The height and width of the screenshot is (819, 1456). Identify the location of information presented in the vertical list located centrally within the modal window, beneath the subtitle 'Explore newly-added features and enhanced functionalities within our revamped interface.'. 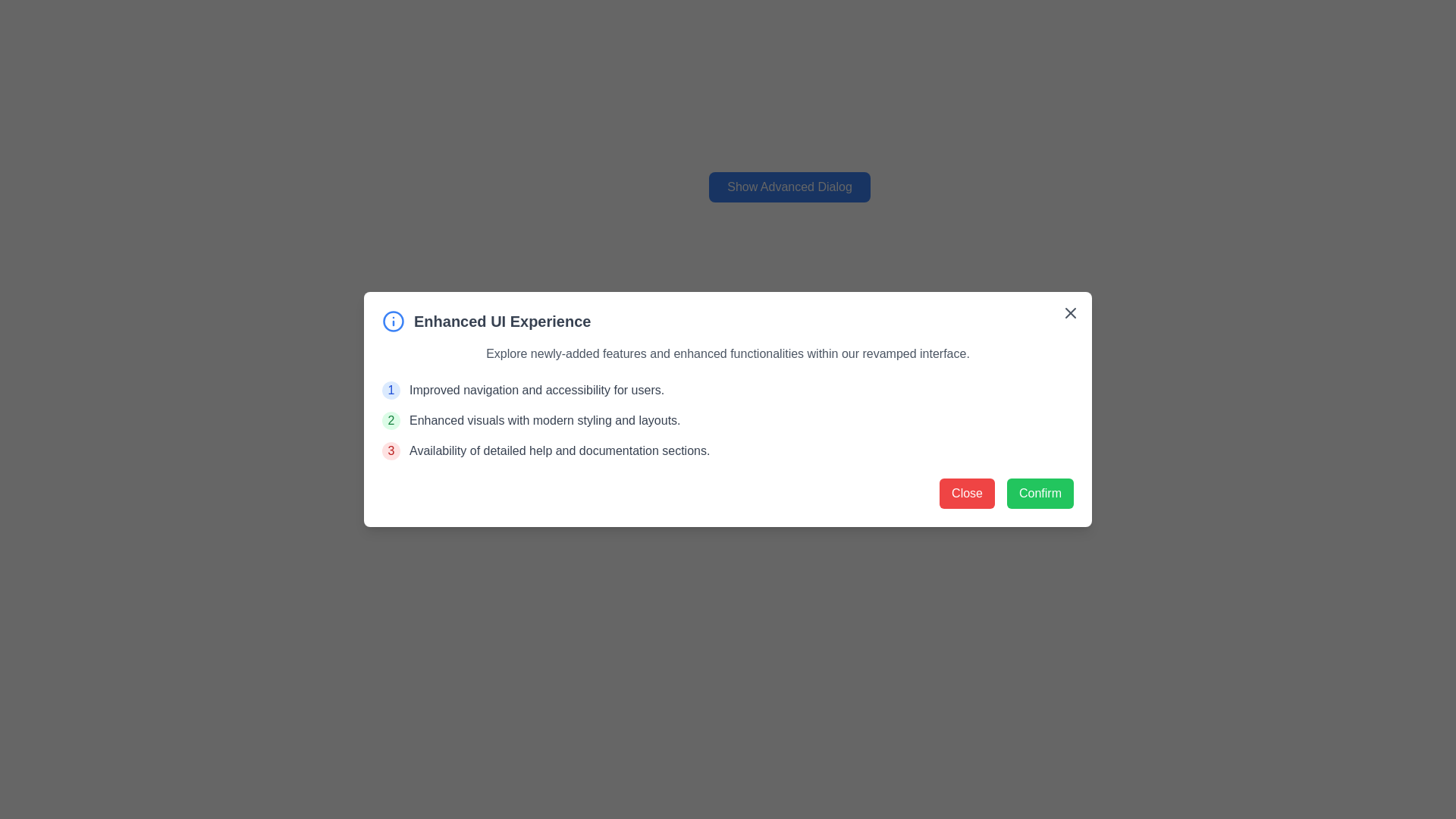
(728, 421).